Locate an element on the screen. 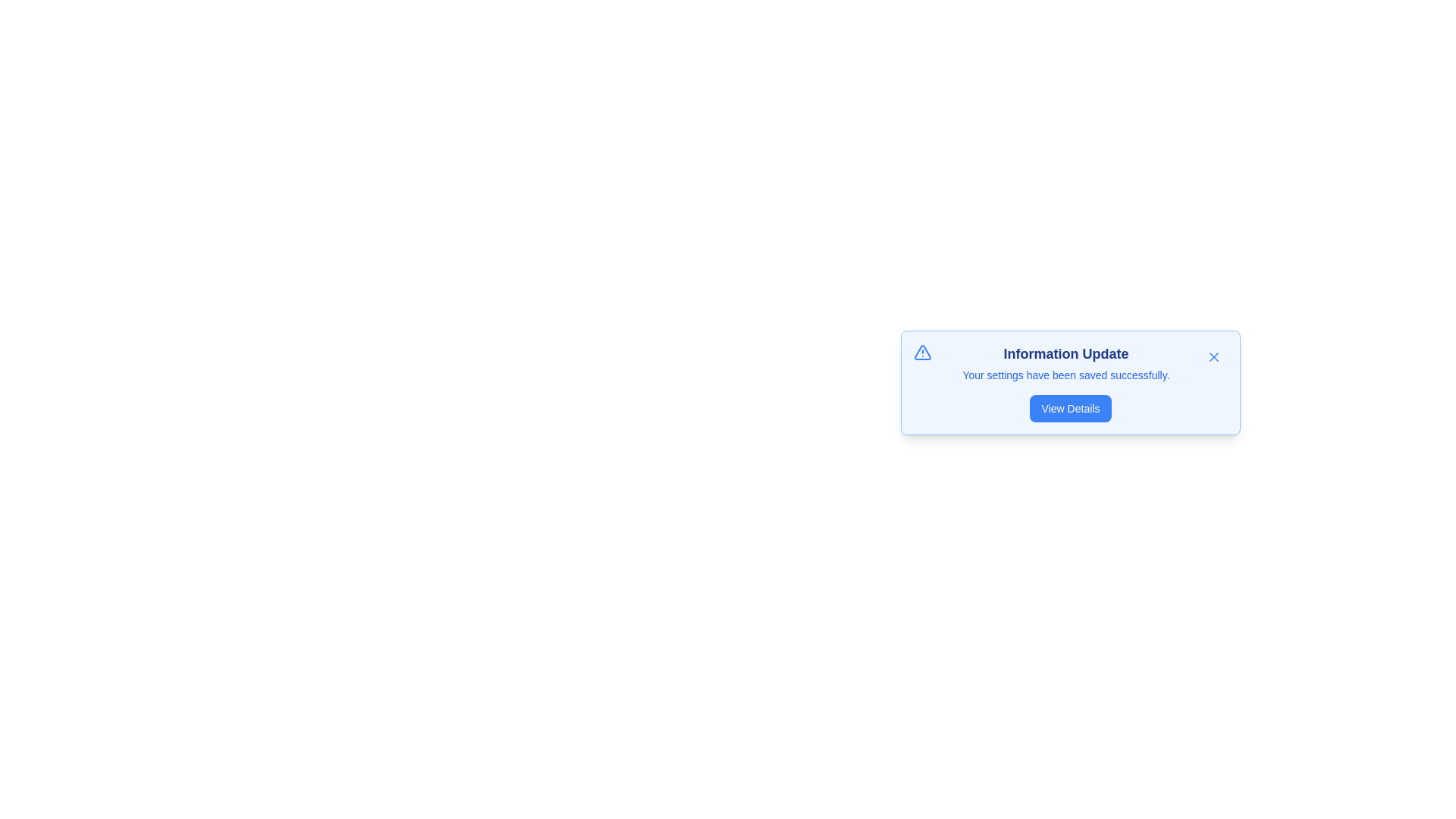 The width and height of the screenshot is (1456, 819). the 'View Details' button to navigate to the details page is located at coordinates (1069, 408).